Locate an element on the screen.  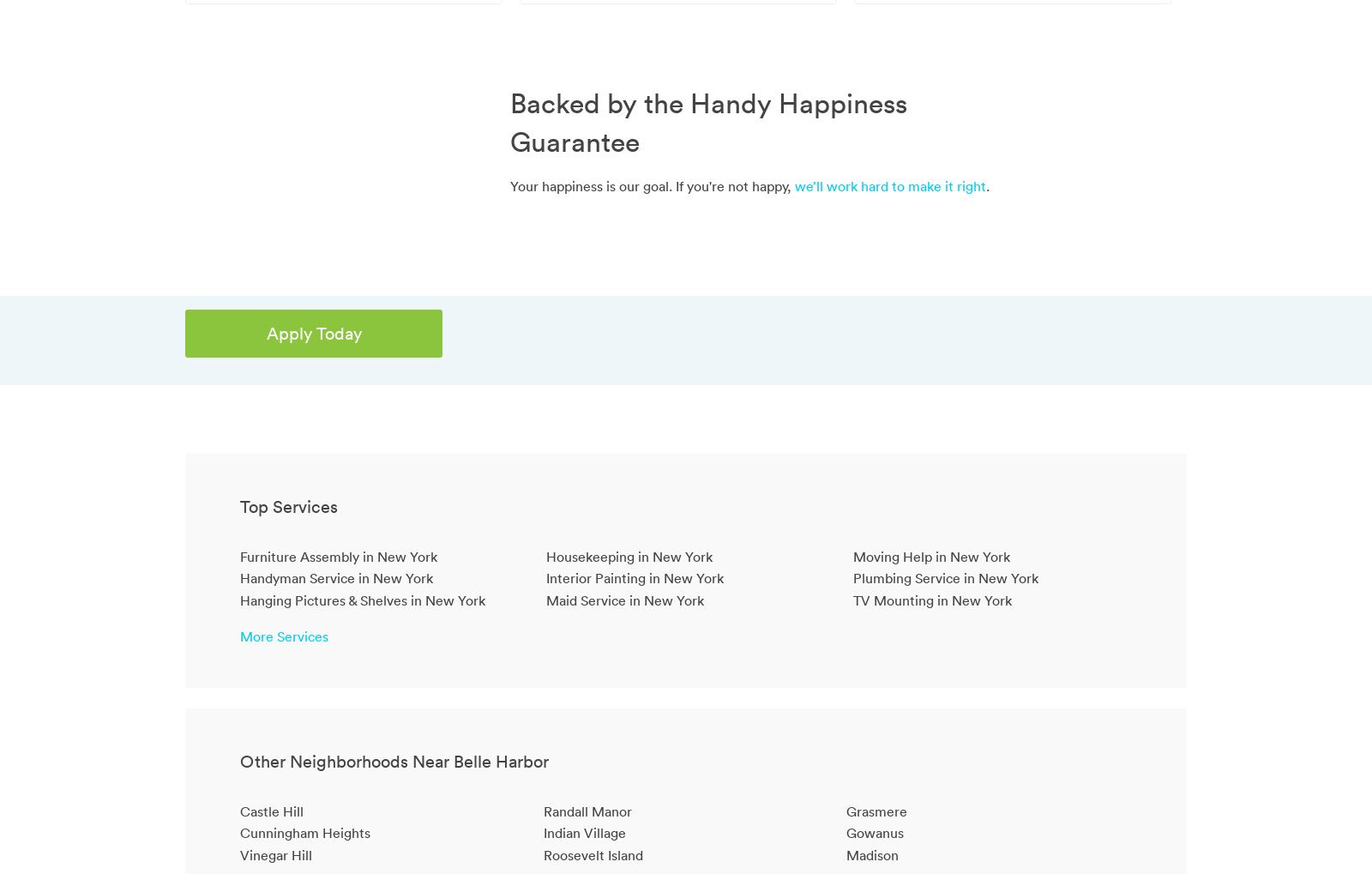
'Vinegar Hill' is located at coordinates (275, 853).